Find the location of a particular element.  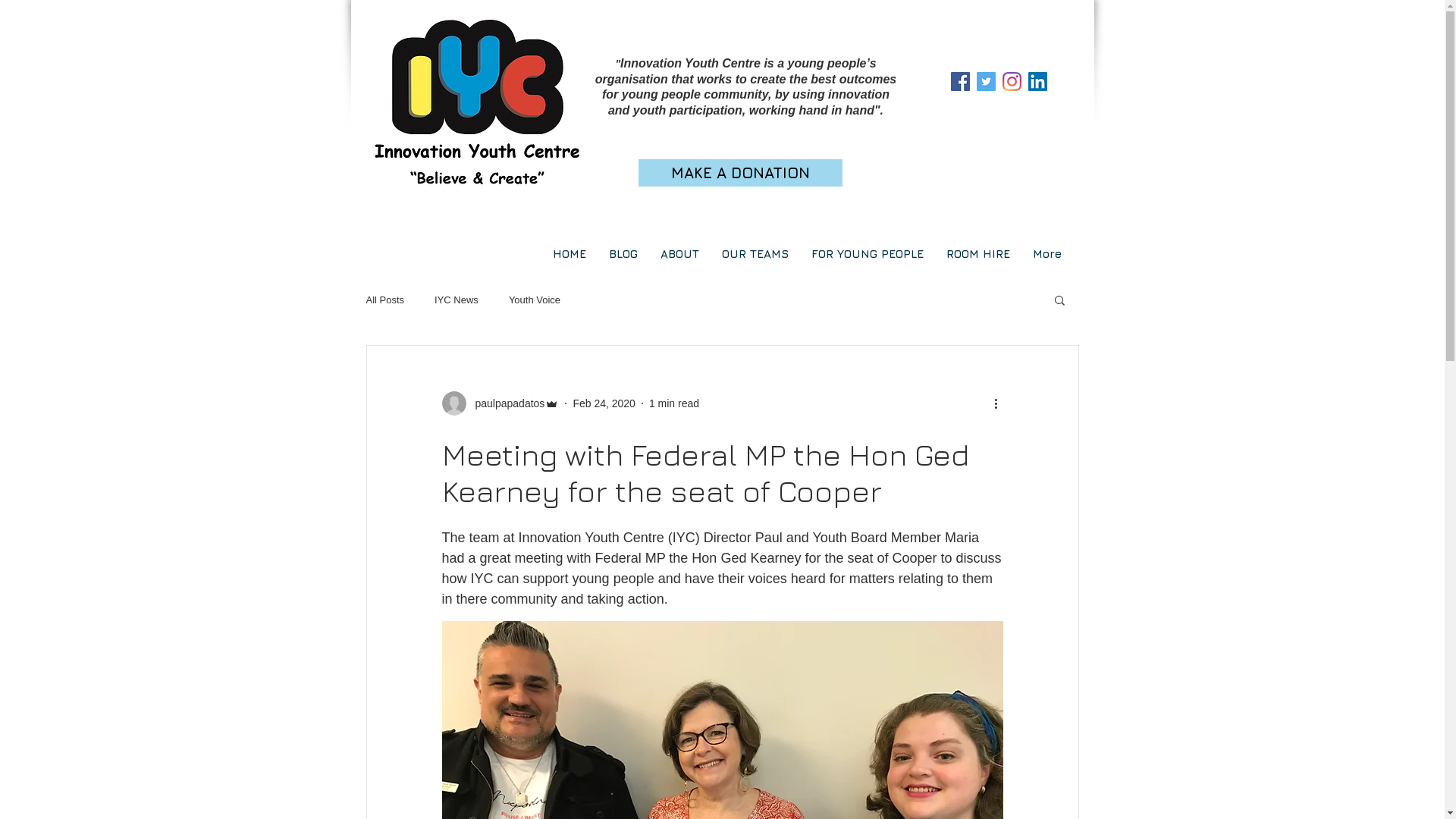

'ABOUT' is located at coordinates (648, 250).